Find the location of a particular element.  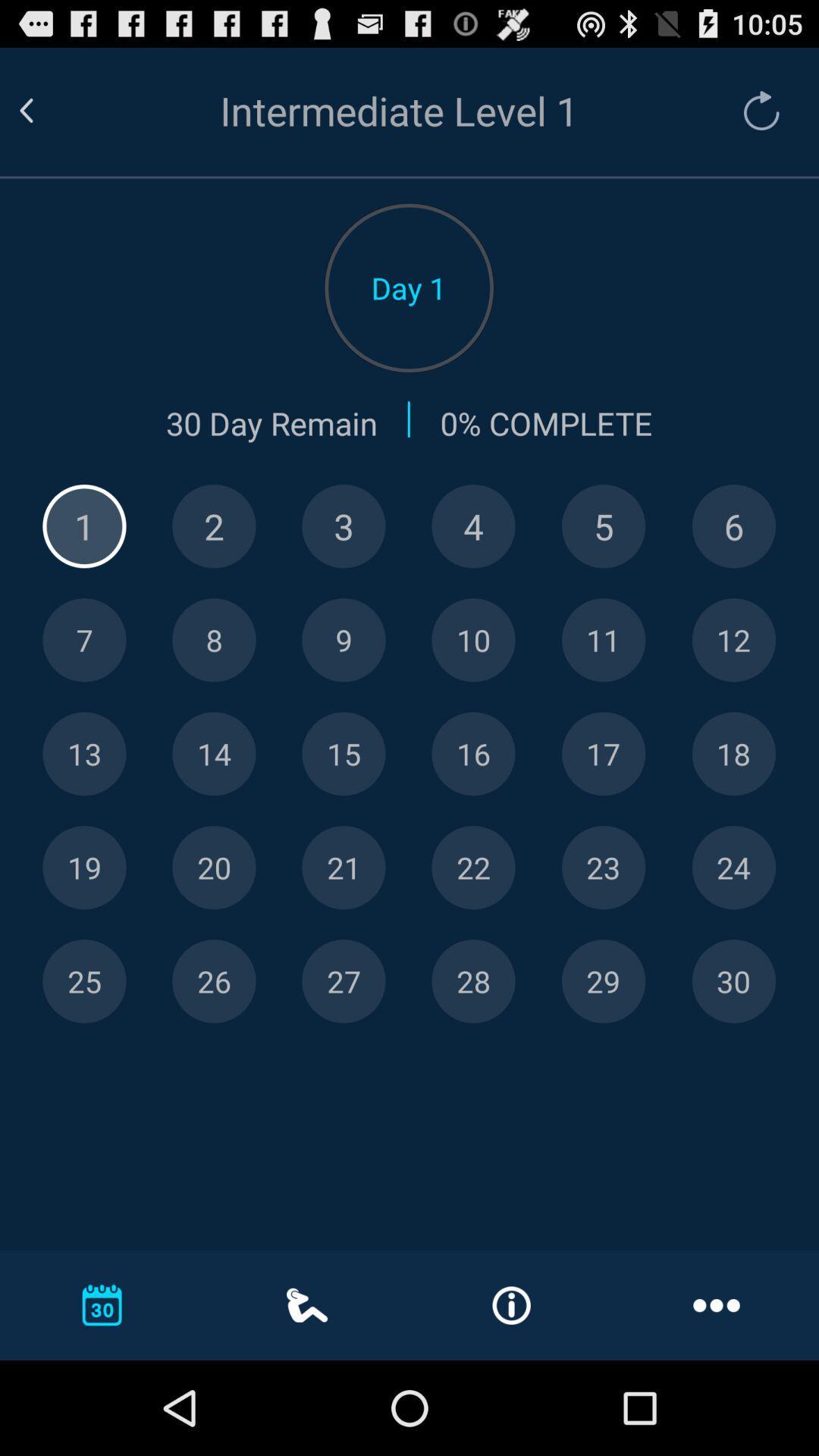

refresh app is located at coordinates (754, 110).